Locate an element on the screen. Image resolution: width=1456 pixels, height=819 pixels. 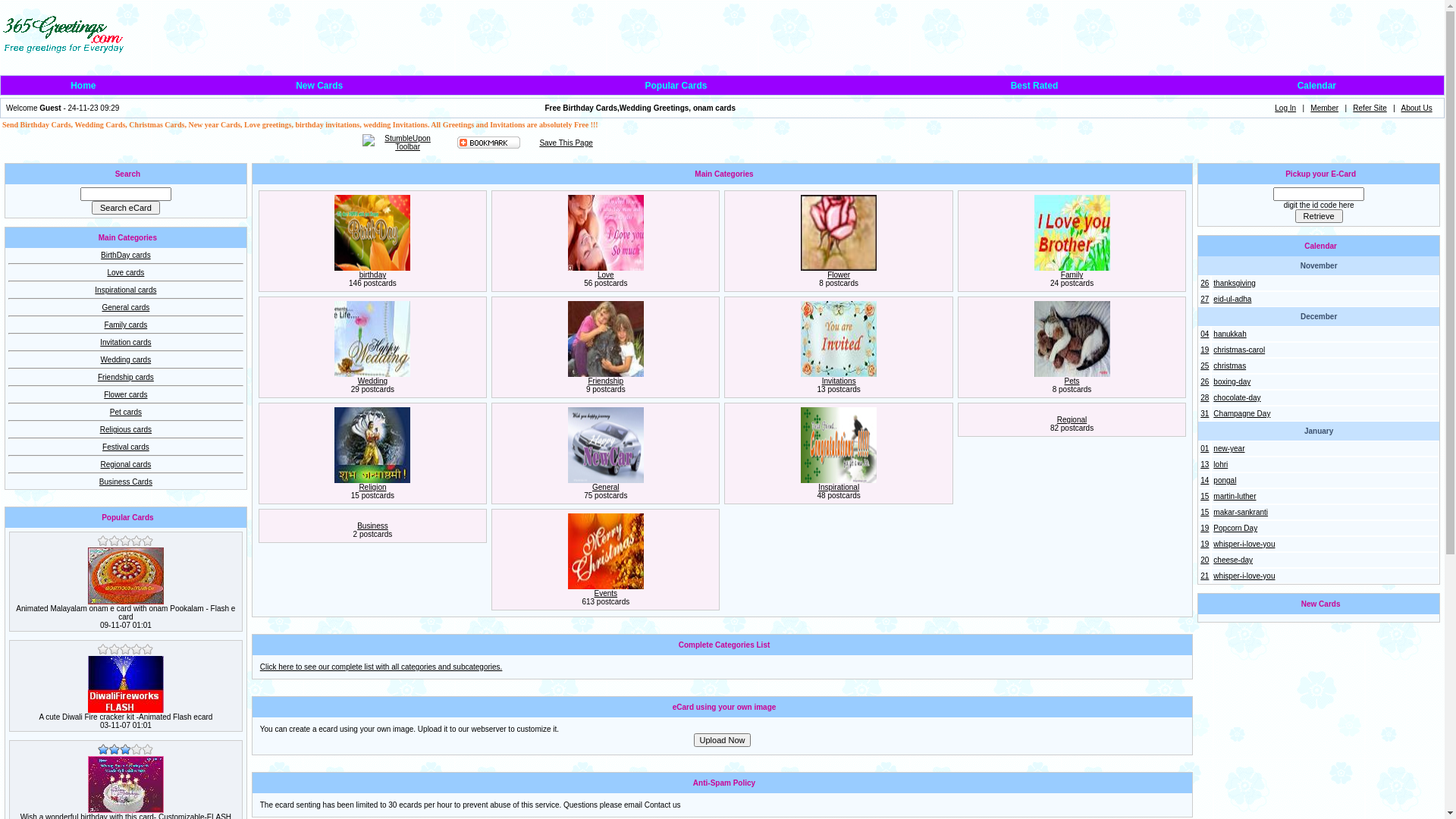
'19' is located at coordinates (1200, 350).